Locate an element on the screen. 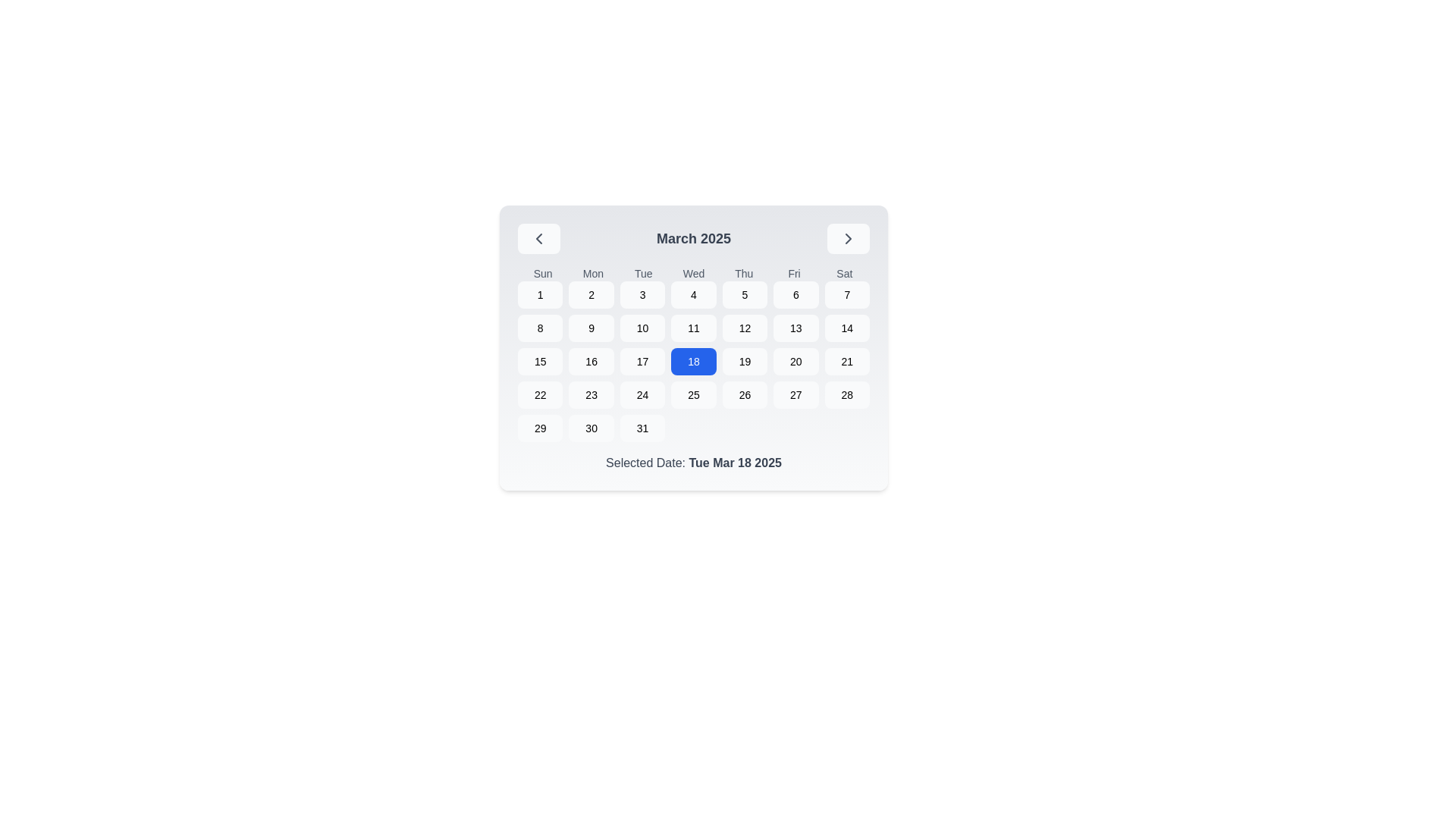 This screenshot has width=1456, height=819. the calendar date button representing the 20th day of the month is located at coordinates (795, 362).